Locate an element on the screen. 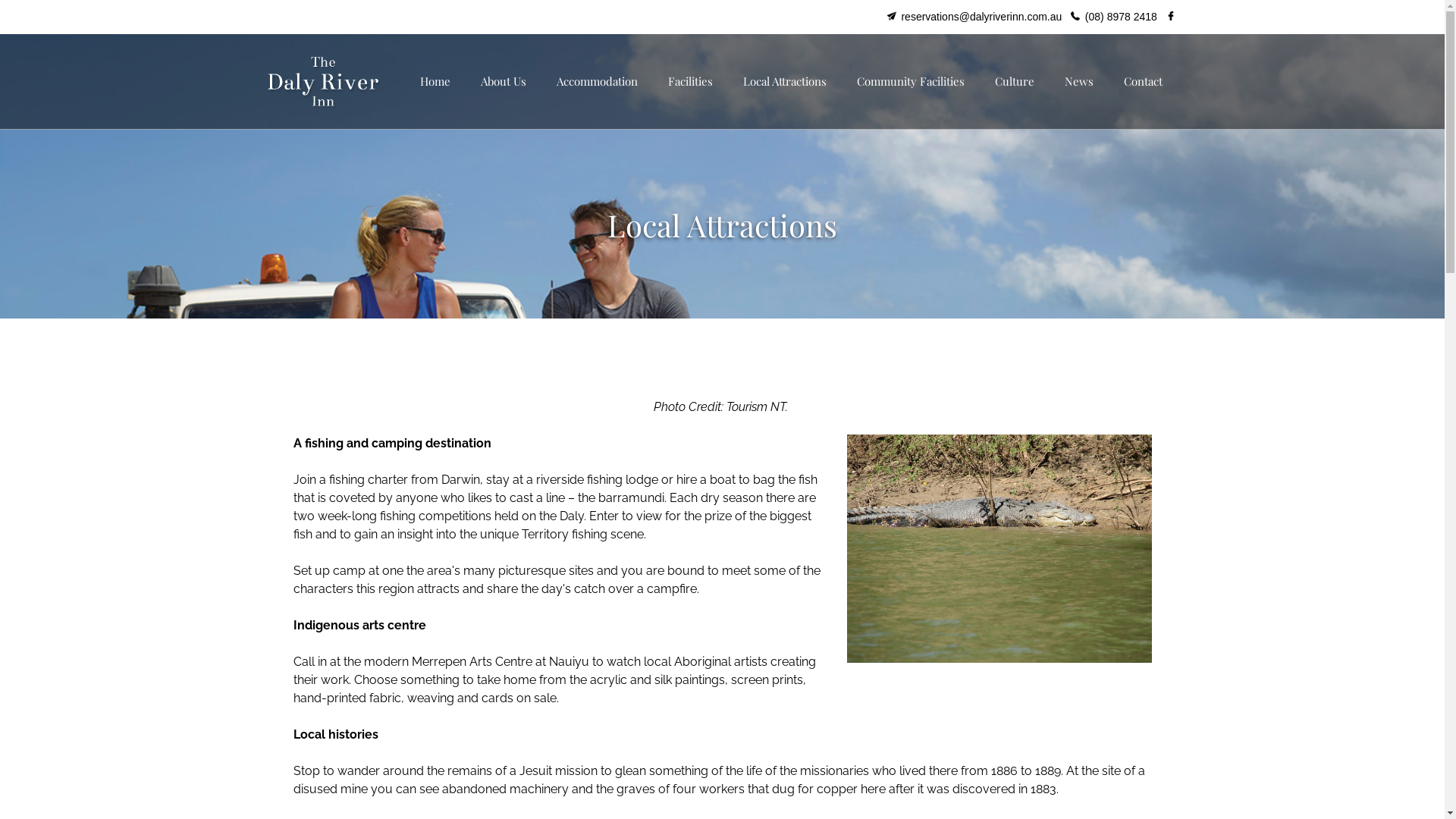 This screenshot has width=1456, height=819. 'Facilities' is located at coordinates (689, 81).